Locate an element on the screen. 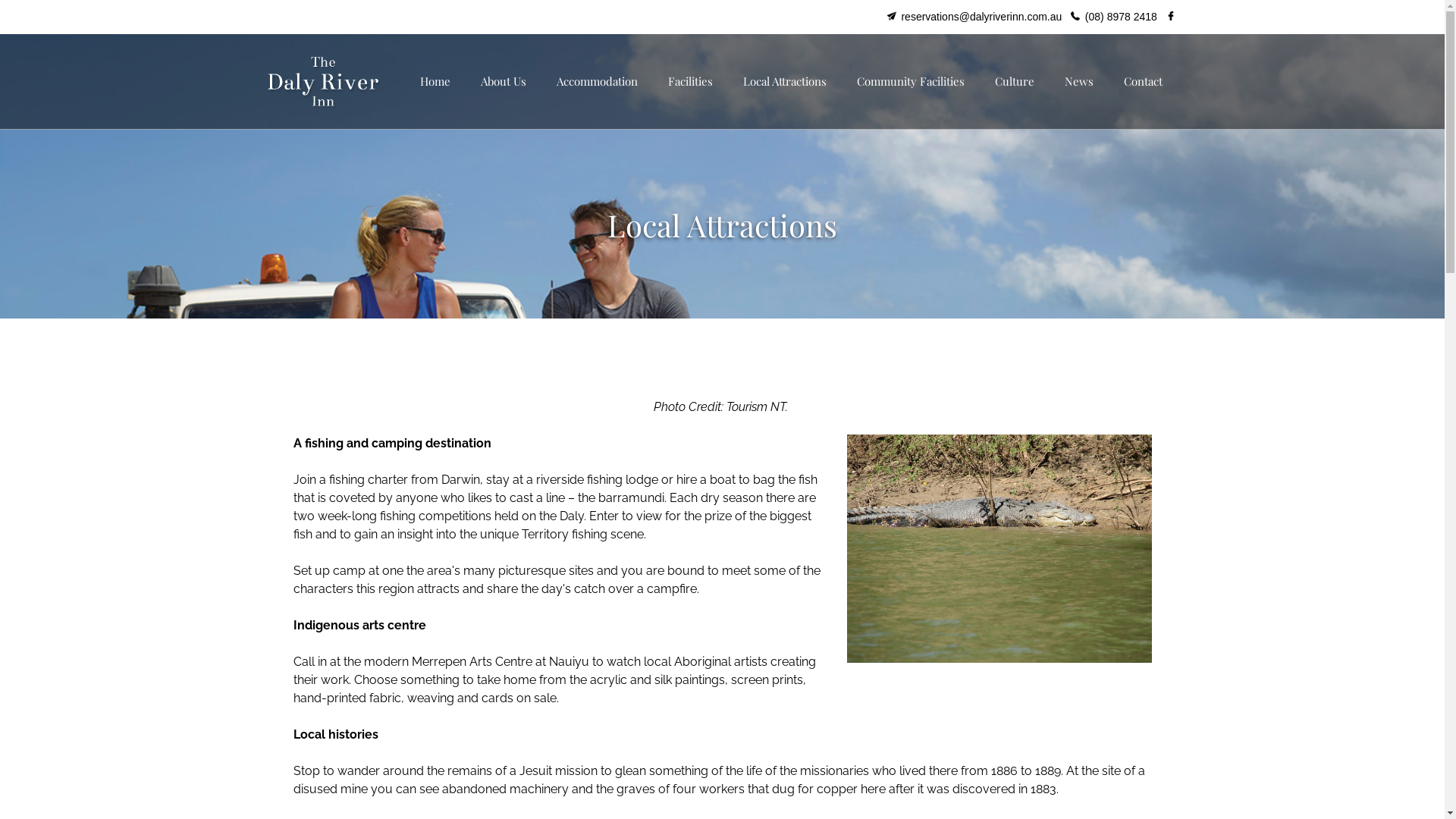 This screenshot has width=1456, height=819. 'Facilities' is located at coordinates (689, 81).